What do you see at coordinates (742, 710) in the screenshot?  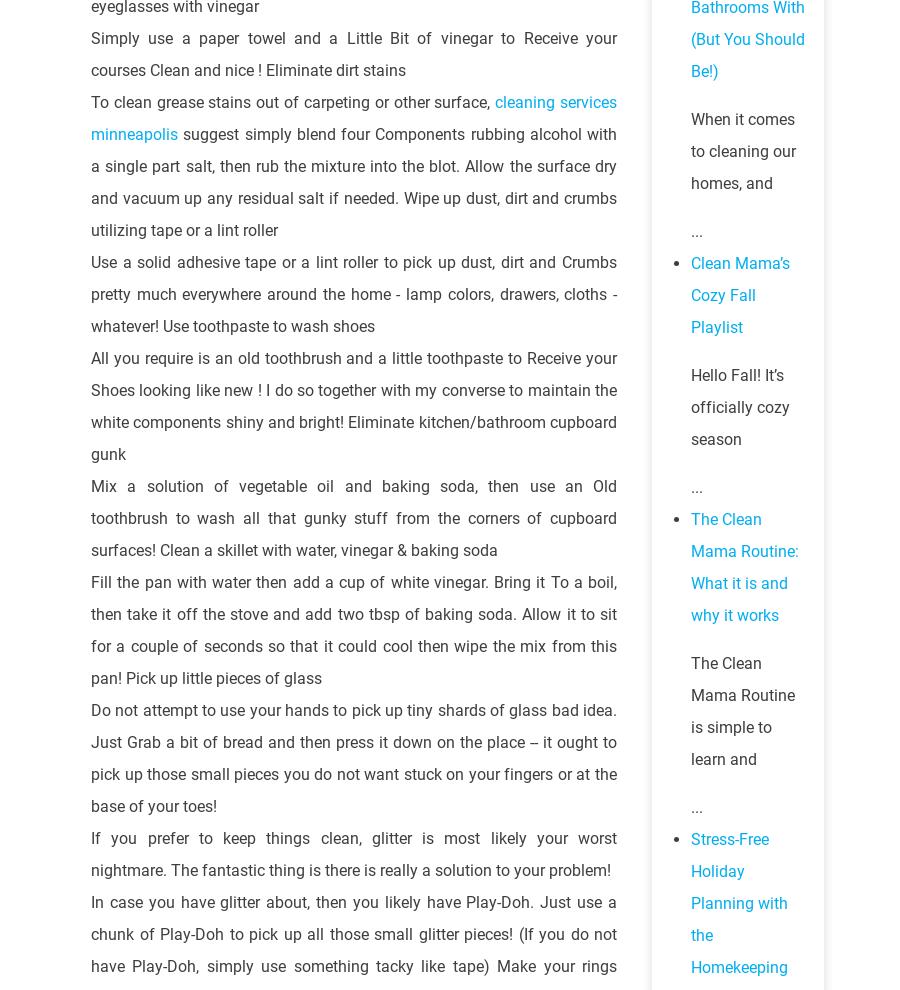 I see `'The Clean Mama Routine is simple to learn and'` at bounding box center [742, 710].